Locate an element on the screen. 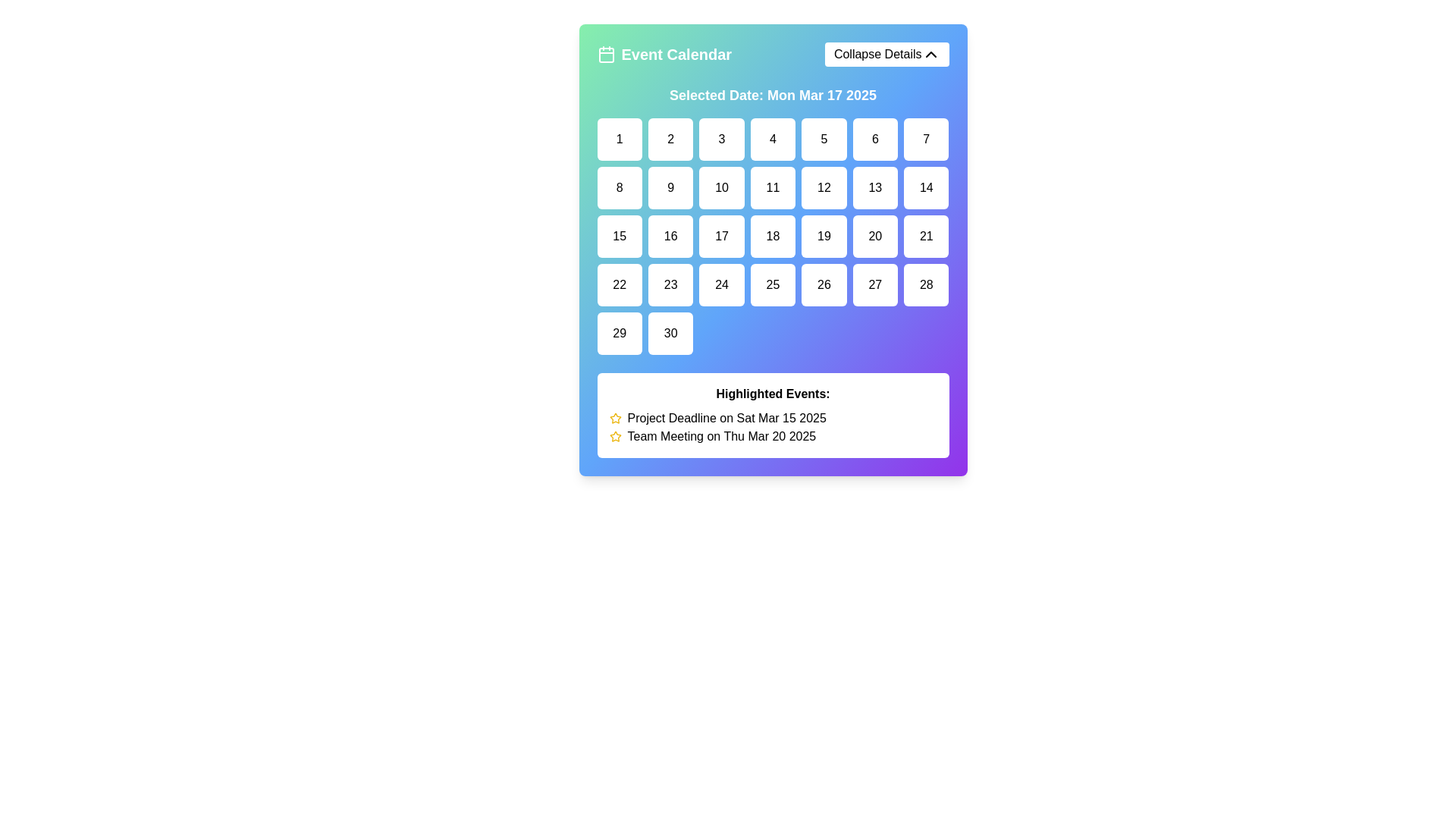 The width and height of the screenshot is (1456, 819). the square-shaped UI component with rounded corners that has a white background and black text reading '1', located in the top row and first column of the grid is located at coordinates (620, 140).